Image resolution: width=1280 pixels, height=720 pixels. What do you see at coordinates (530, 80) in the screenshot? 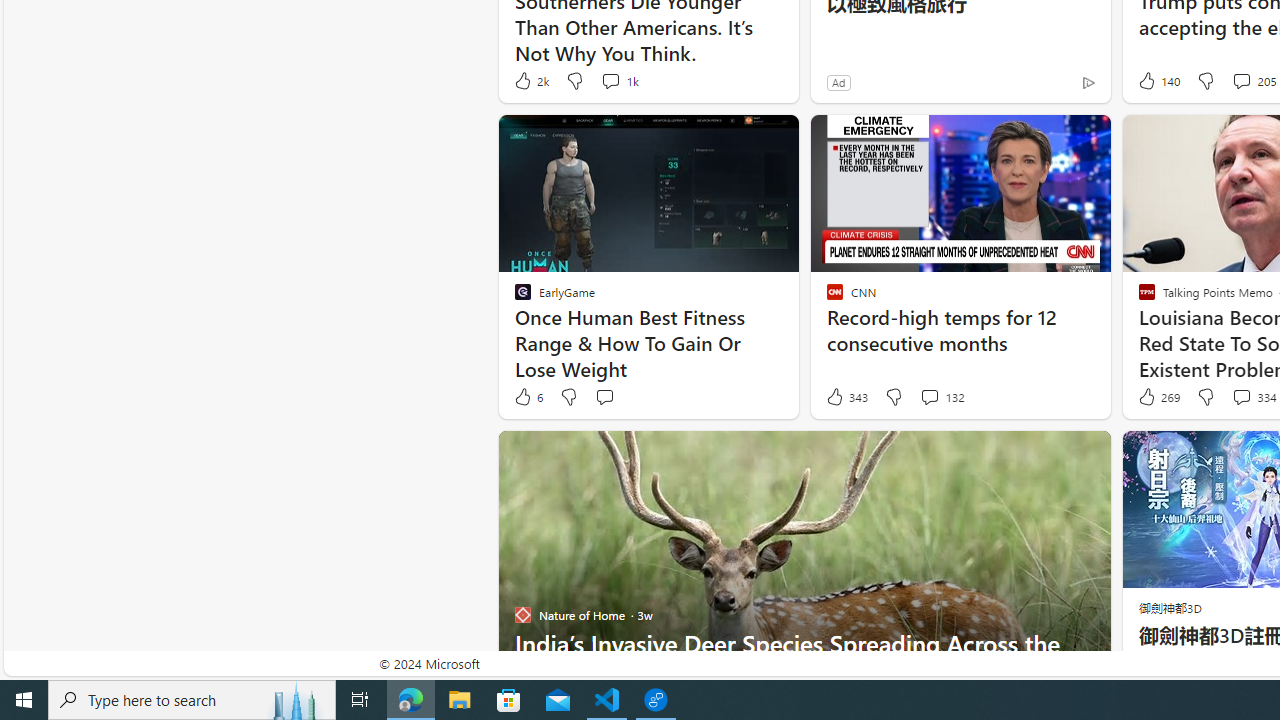
I see `'2k Like'` at bounding box center [530, 80].